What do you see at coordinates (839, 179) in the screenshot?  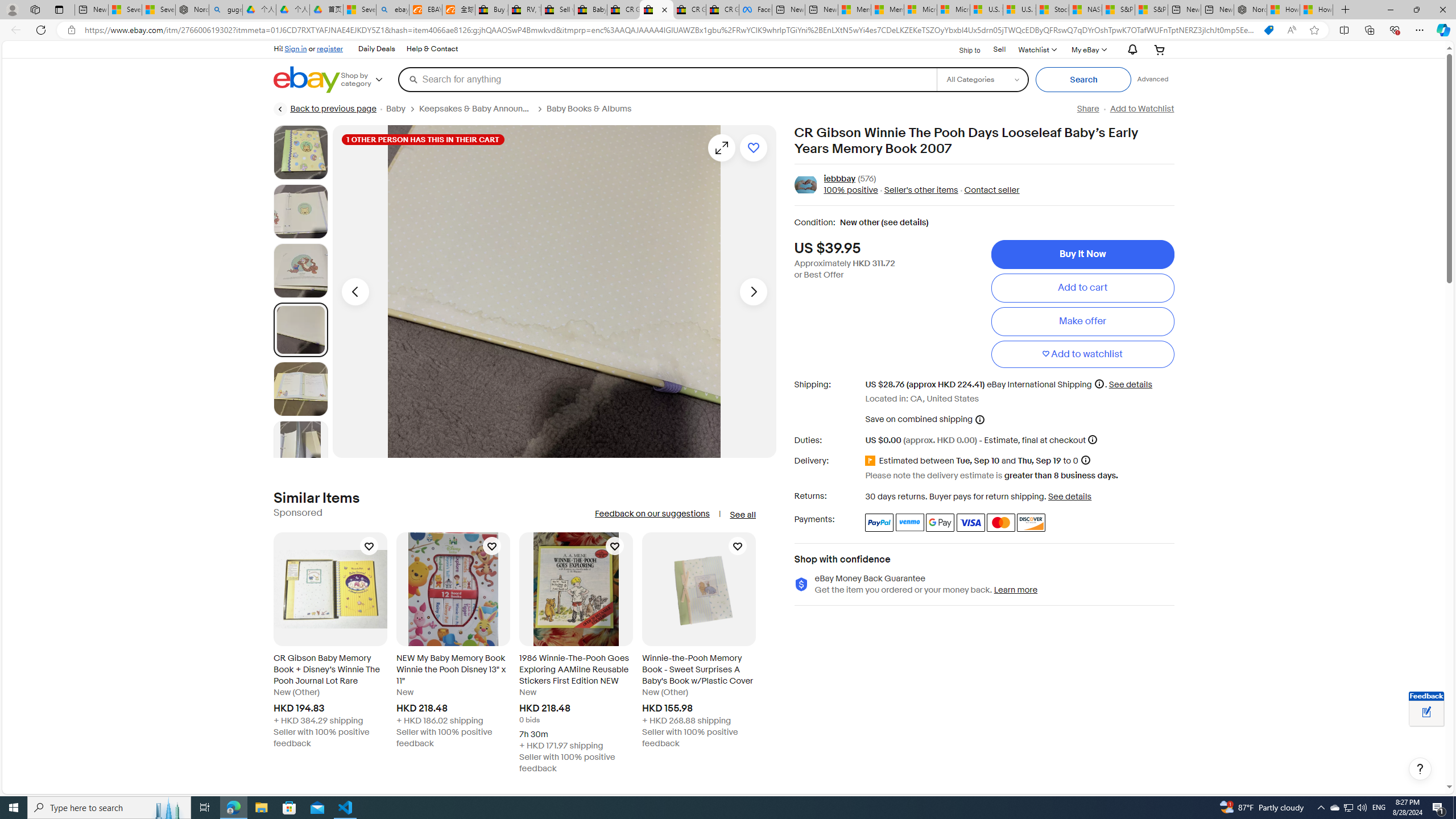 I see `'iebbbay'` at bounding box center [839, 179].